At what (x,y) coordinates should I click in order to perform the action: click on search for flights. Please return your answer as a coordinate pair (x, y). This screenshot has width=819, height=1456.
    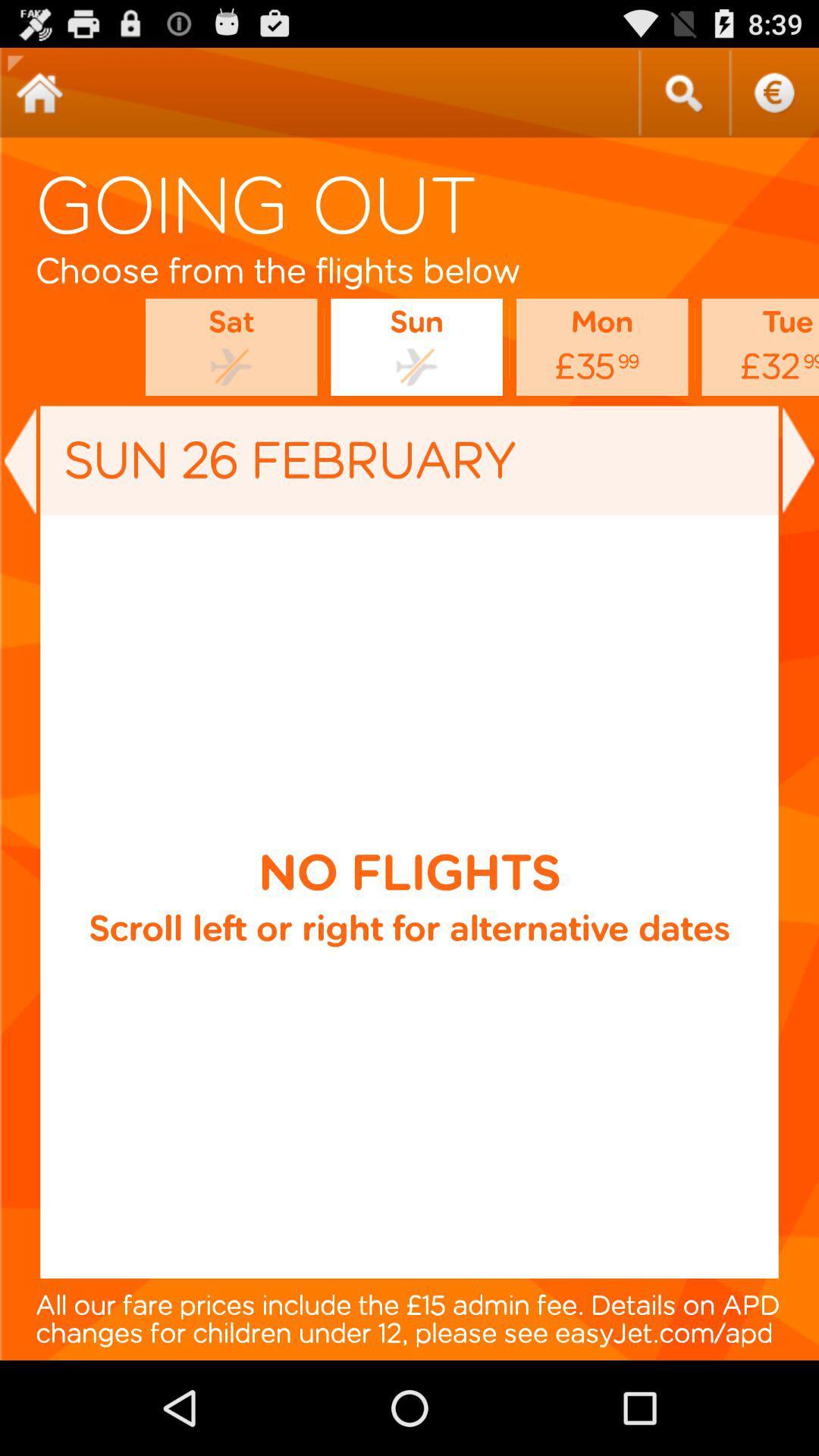
    Looking at the image, I should click on (683, 92).